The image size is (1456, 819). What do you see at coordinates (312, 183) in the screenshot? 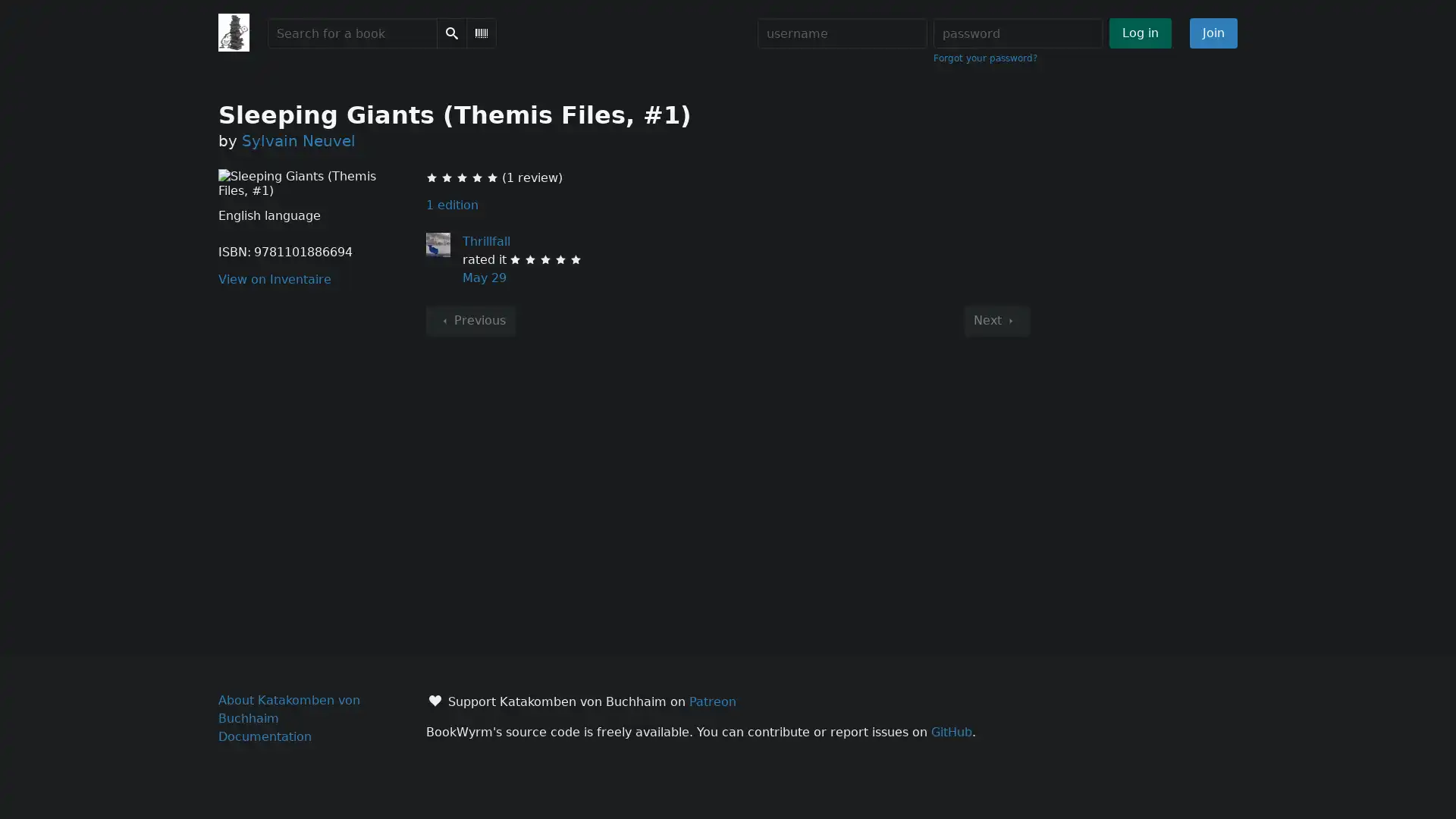
I see `Sleeping Giants (Themis Files, #1) Click to enlarge` at bounding box center [312, 183].